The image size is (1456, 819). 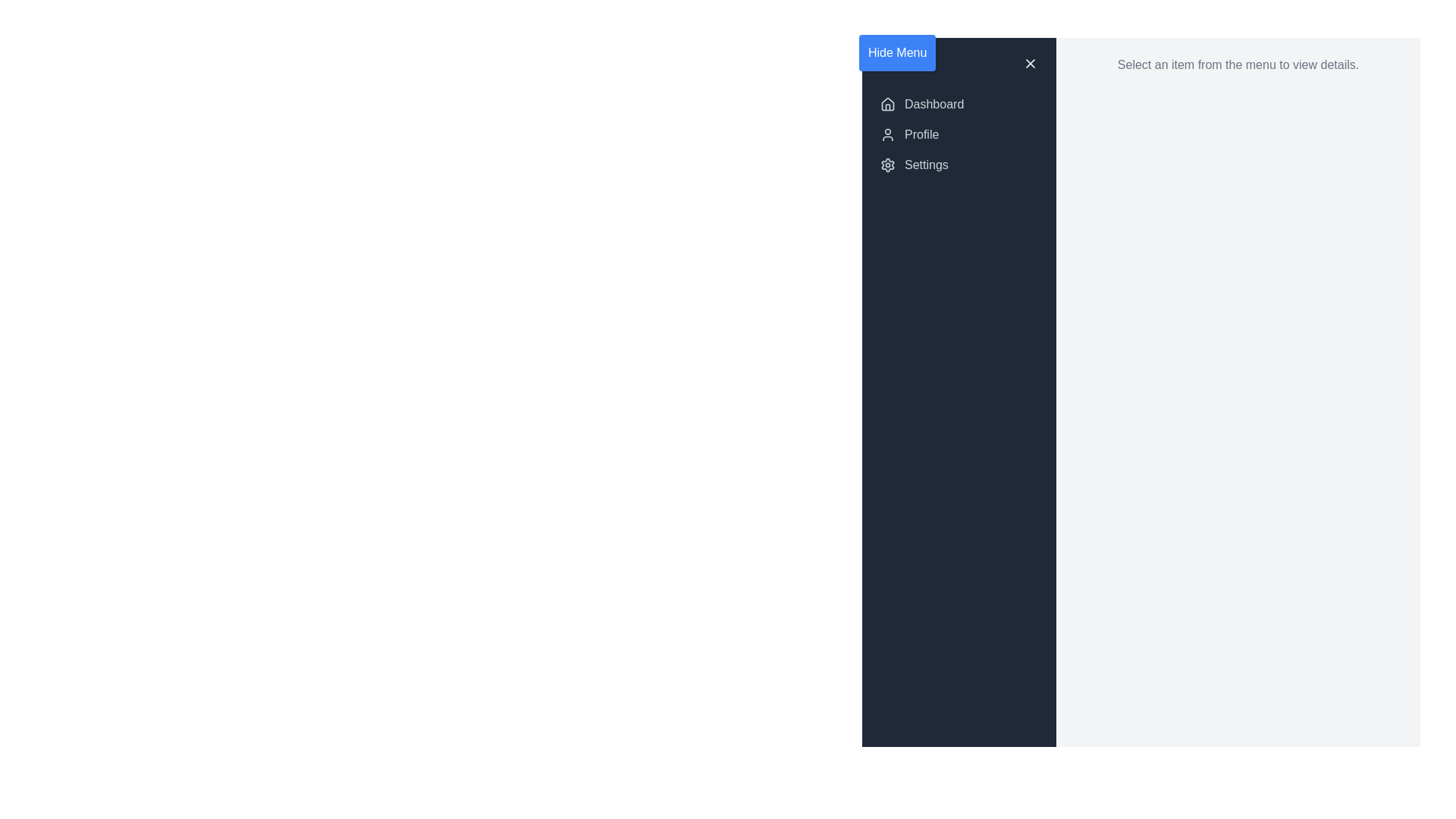 What do you see at coordinates (925, 165) in the screenshot?
I see `the 'Settings' text label in the vertical menu column` at bounding box center [925, 165].